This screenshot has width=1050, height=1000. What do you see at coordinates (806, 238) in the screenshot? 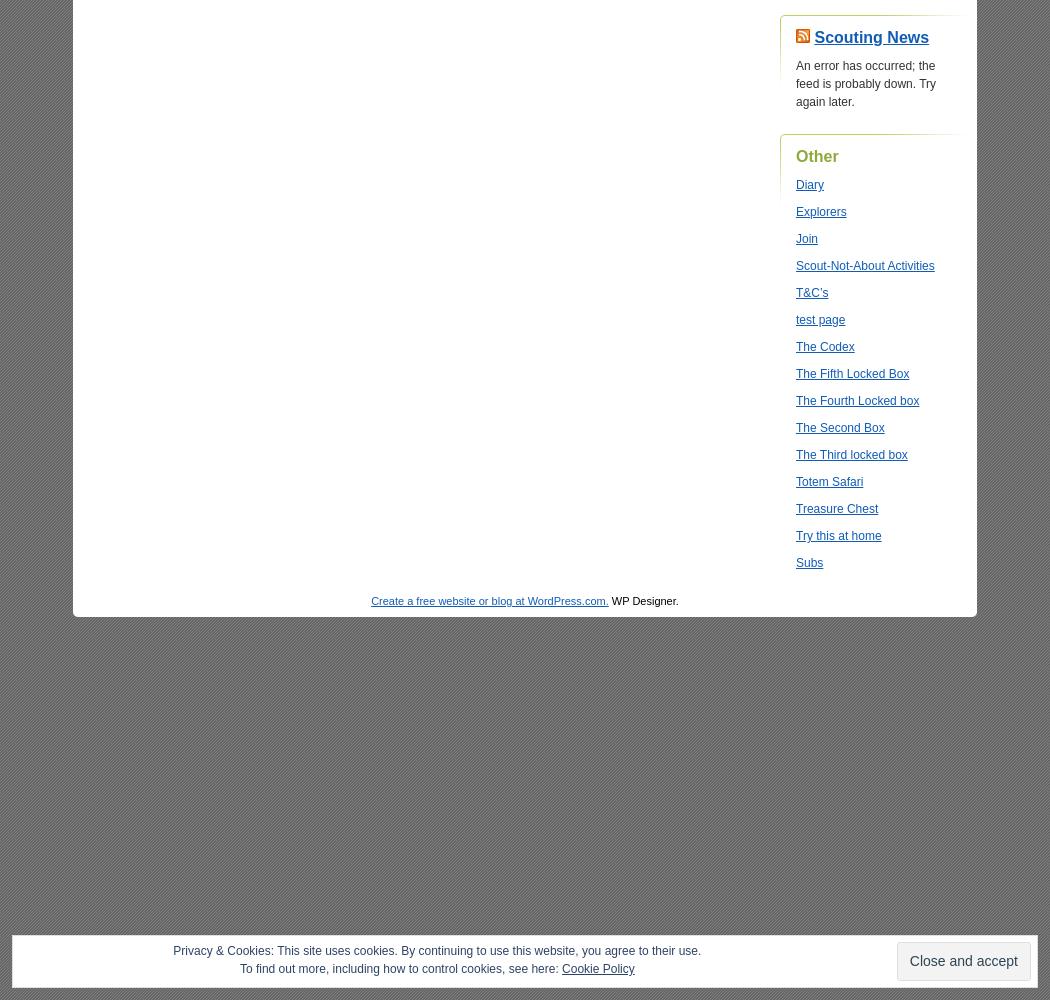
I see `'Join'` at bounding box center [806, 238].